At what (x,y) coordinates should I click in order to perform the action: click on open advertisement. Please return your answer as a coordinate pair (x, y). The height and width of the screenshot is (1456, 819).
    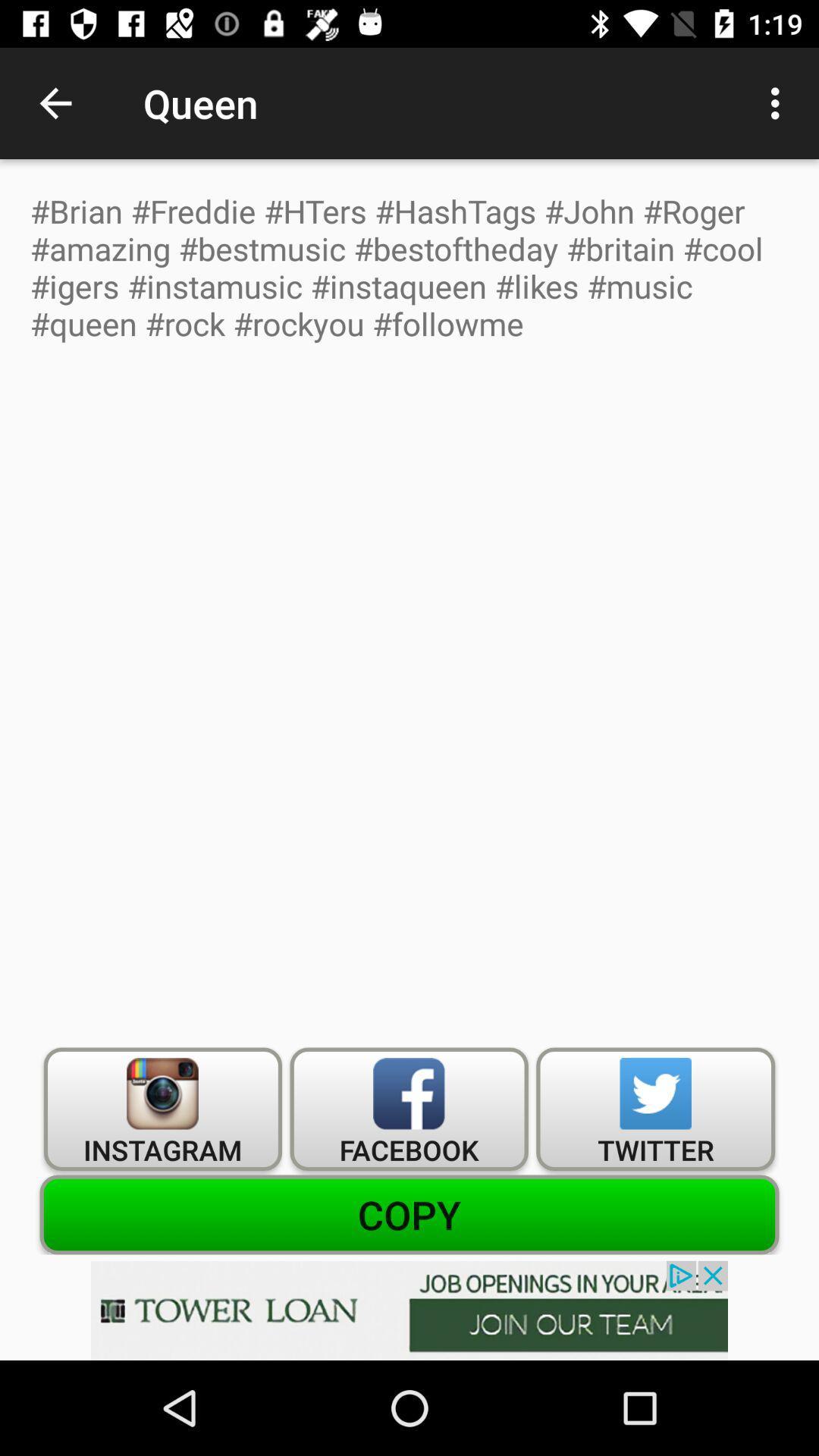
    Looking at the image, I should click on (409, 1310).